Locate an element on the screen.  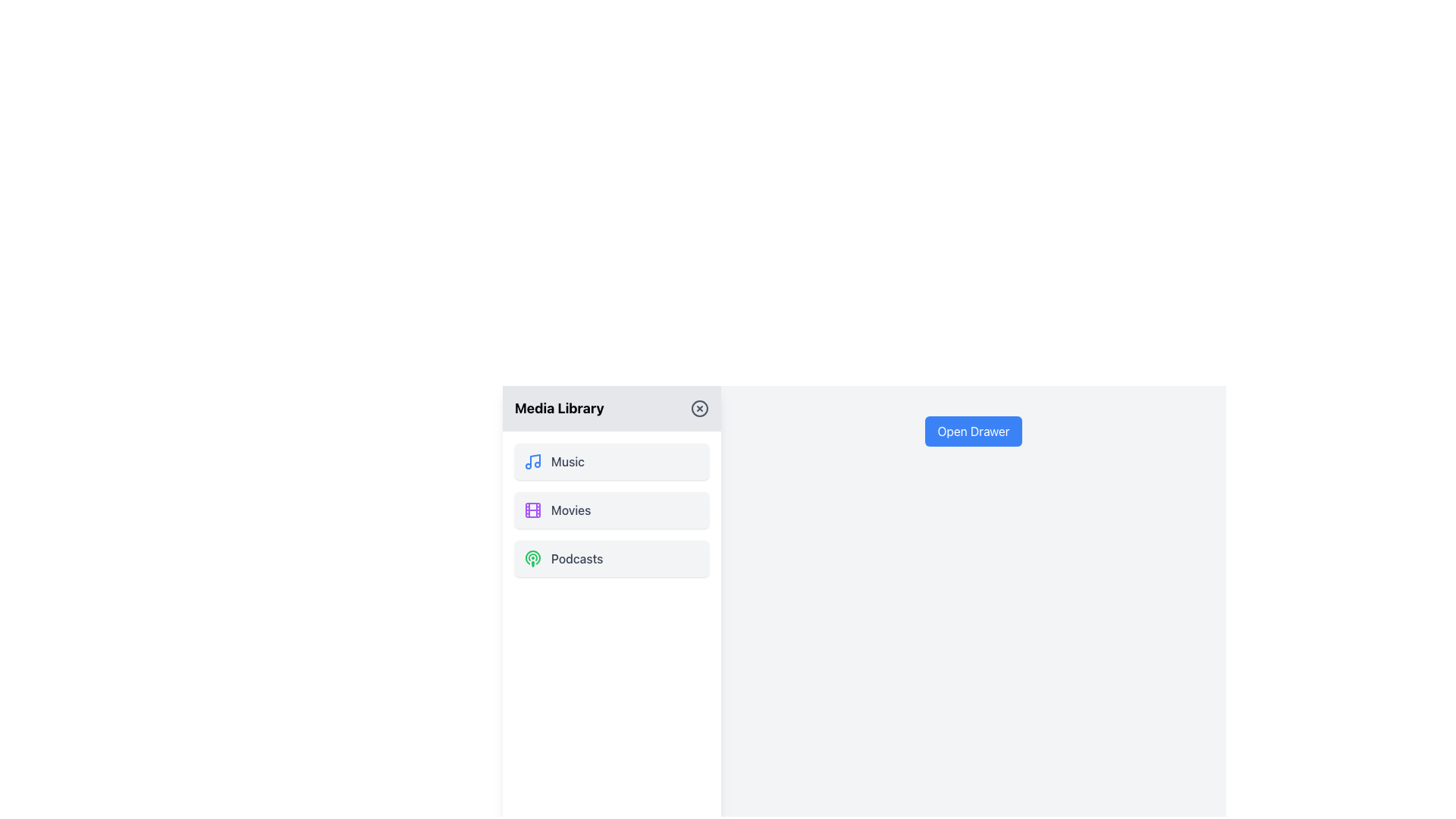
the SVG rectangular component that represents the film icon in the 'Media Library' section to trigger corresponding events is located at coordinates (532, 510).